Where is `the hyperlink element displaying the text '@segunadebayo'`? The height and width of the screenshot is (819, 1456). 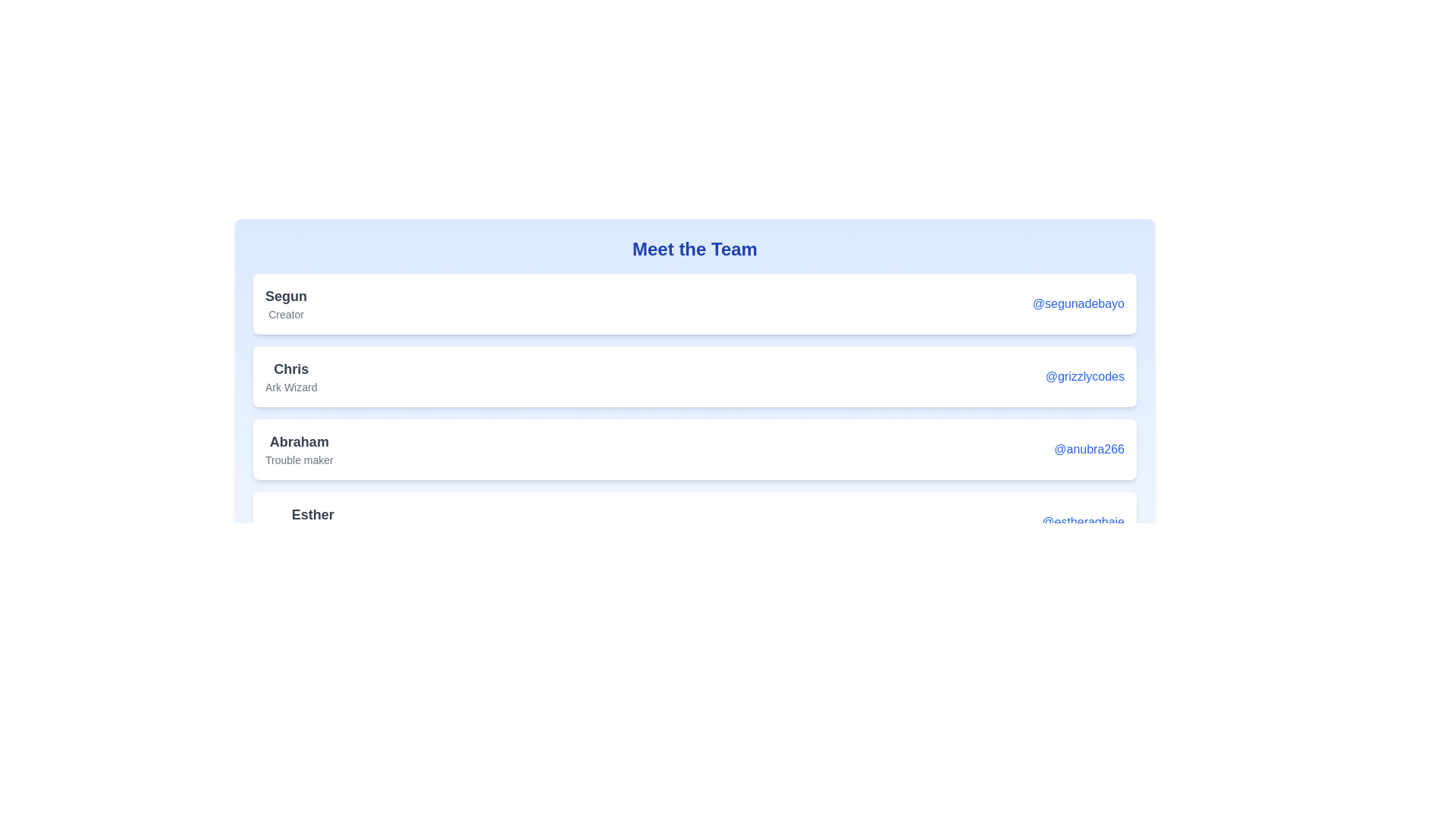
the hyperlink element displaying the text '@segunadebayo' is located at coordinates (1078, 304).